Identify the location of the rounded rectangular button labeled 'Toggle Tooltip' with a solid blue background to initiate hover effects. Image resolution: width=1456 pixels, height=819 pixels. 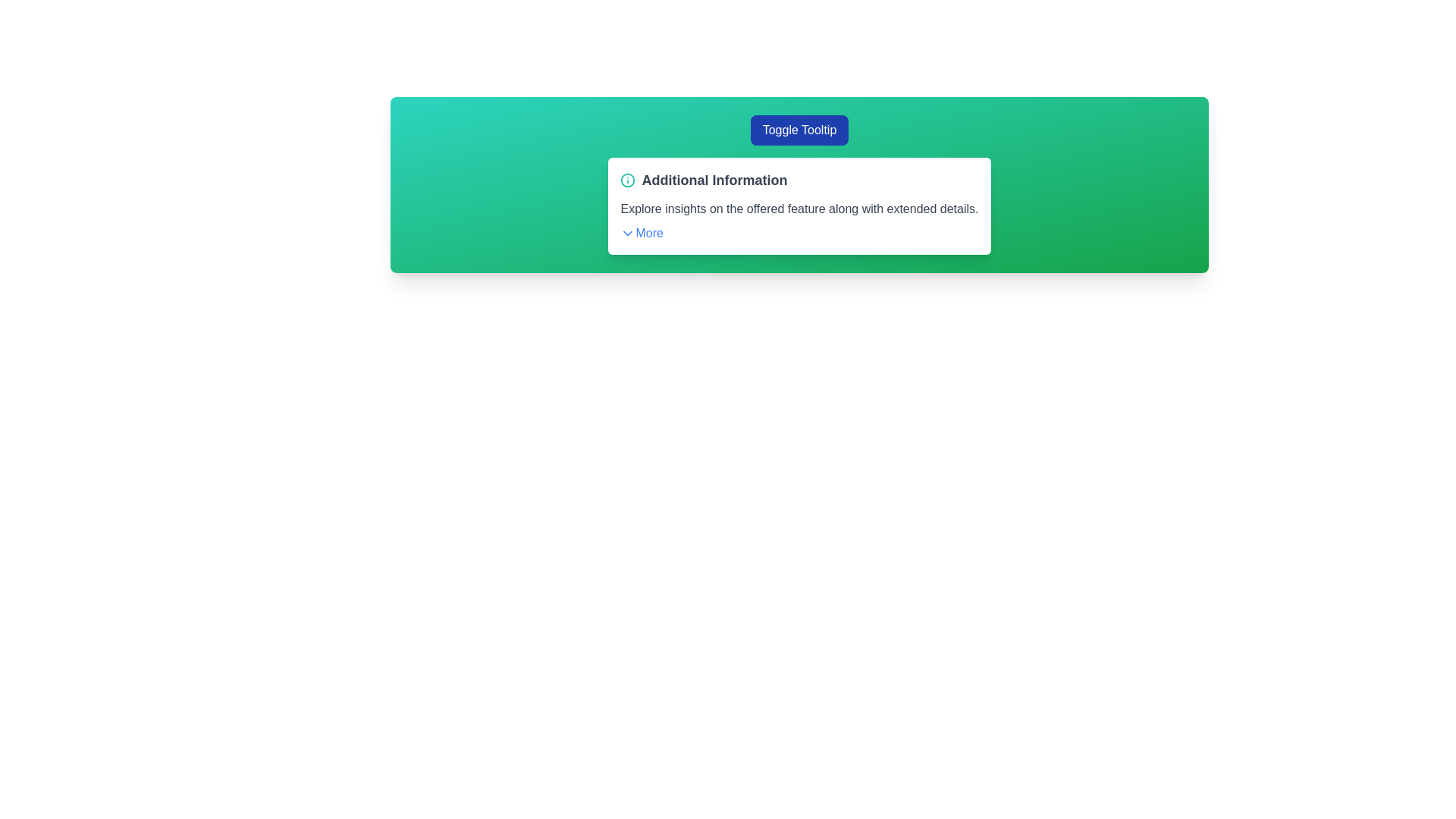
(799, 130).